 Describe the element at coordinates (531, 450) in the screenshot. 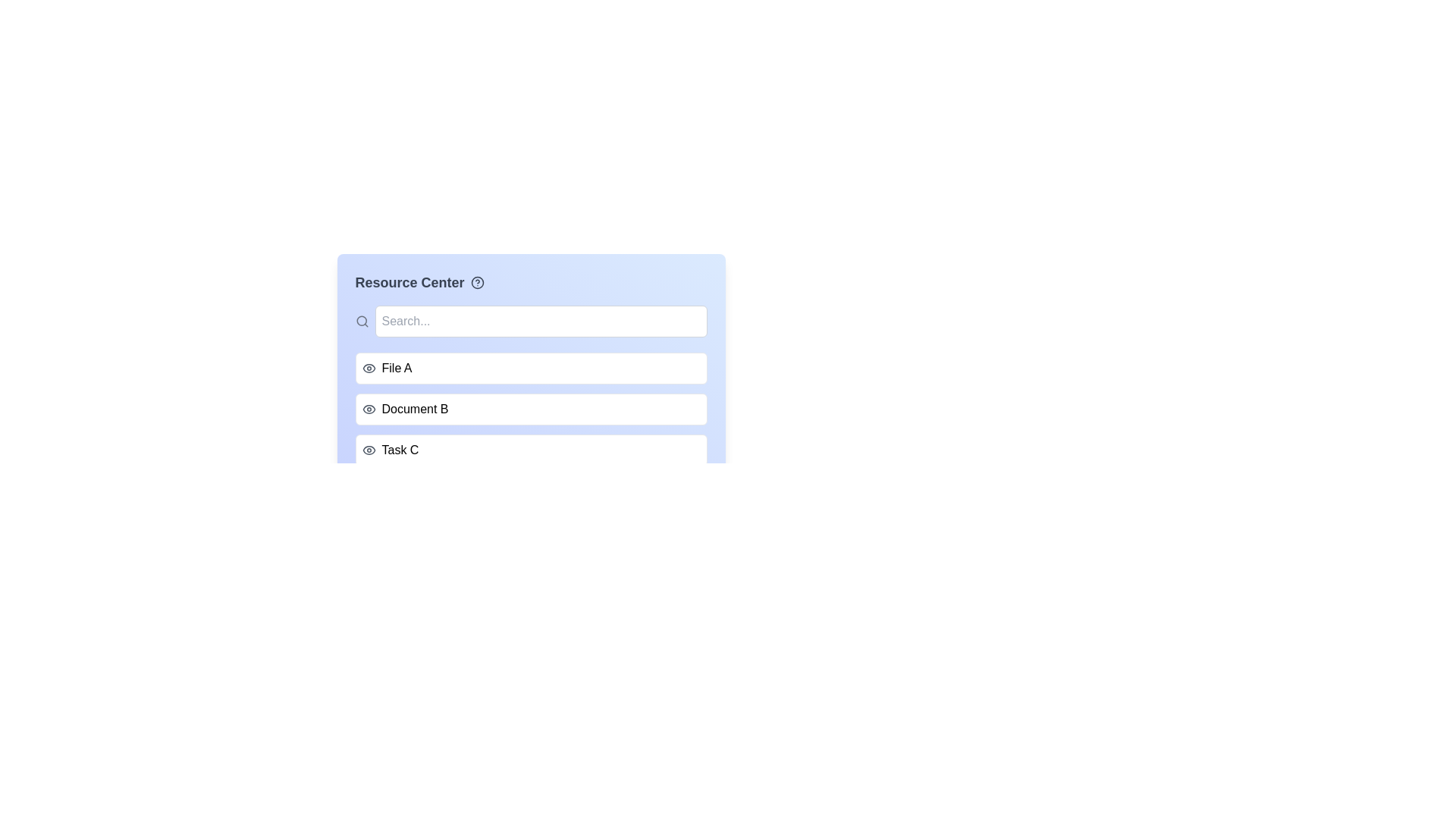

I see `the third clickable item in the 'Resource Center' list` at that location.